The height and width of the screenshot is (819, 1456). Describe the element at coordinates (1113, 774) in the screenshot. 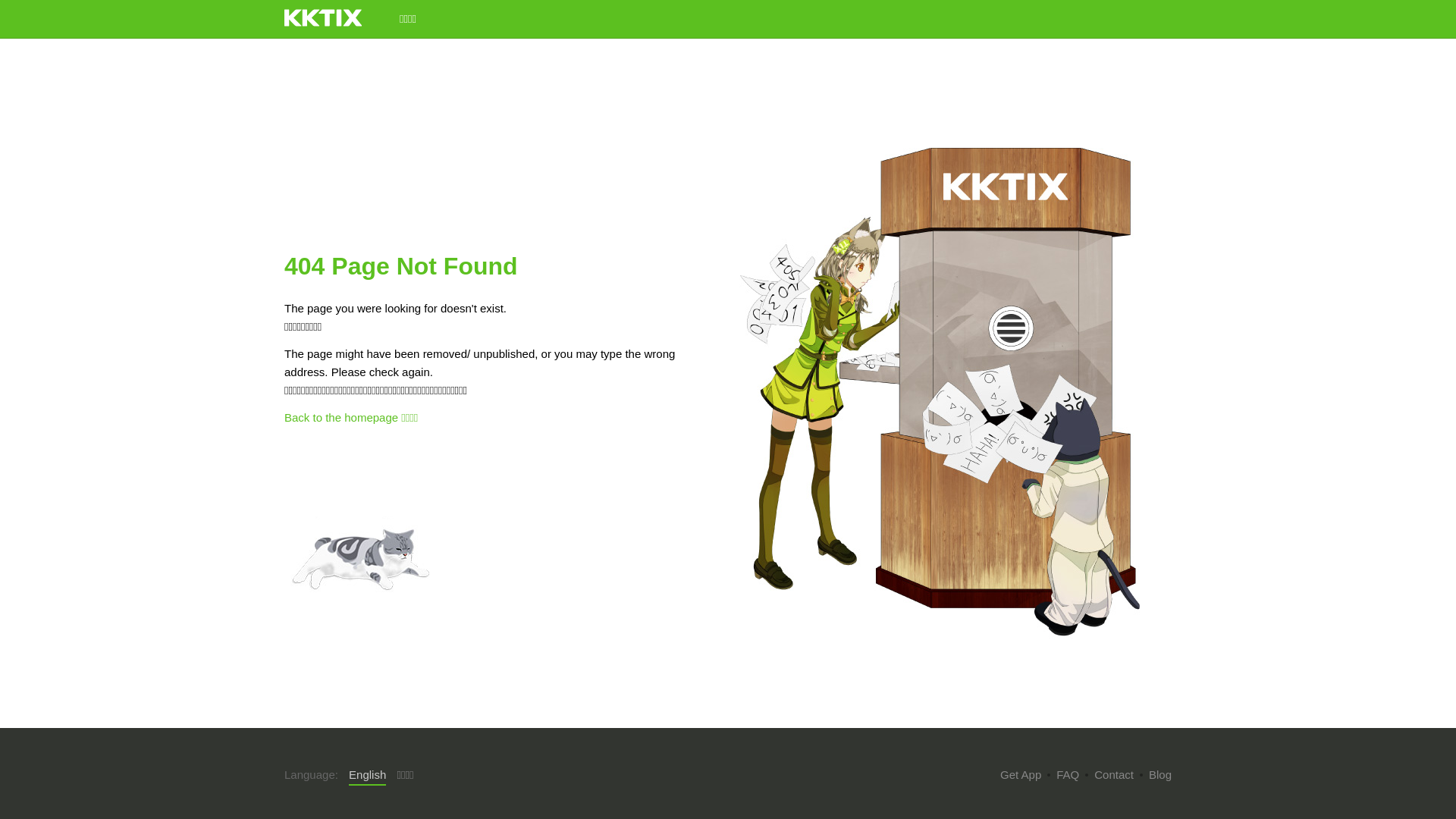

I see `'Contact'` at that location.